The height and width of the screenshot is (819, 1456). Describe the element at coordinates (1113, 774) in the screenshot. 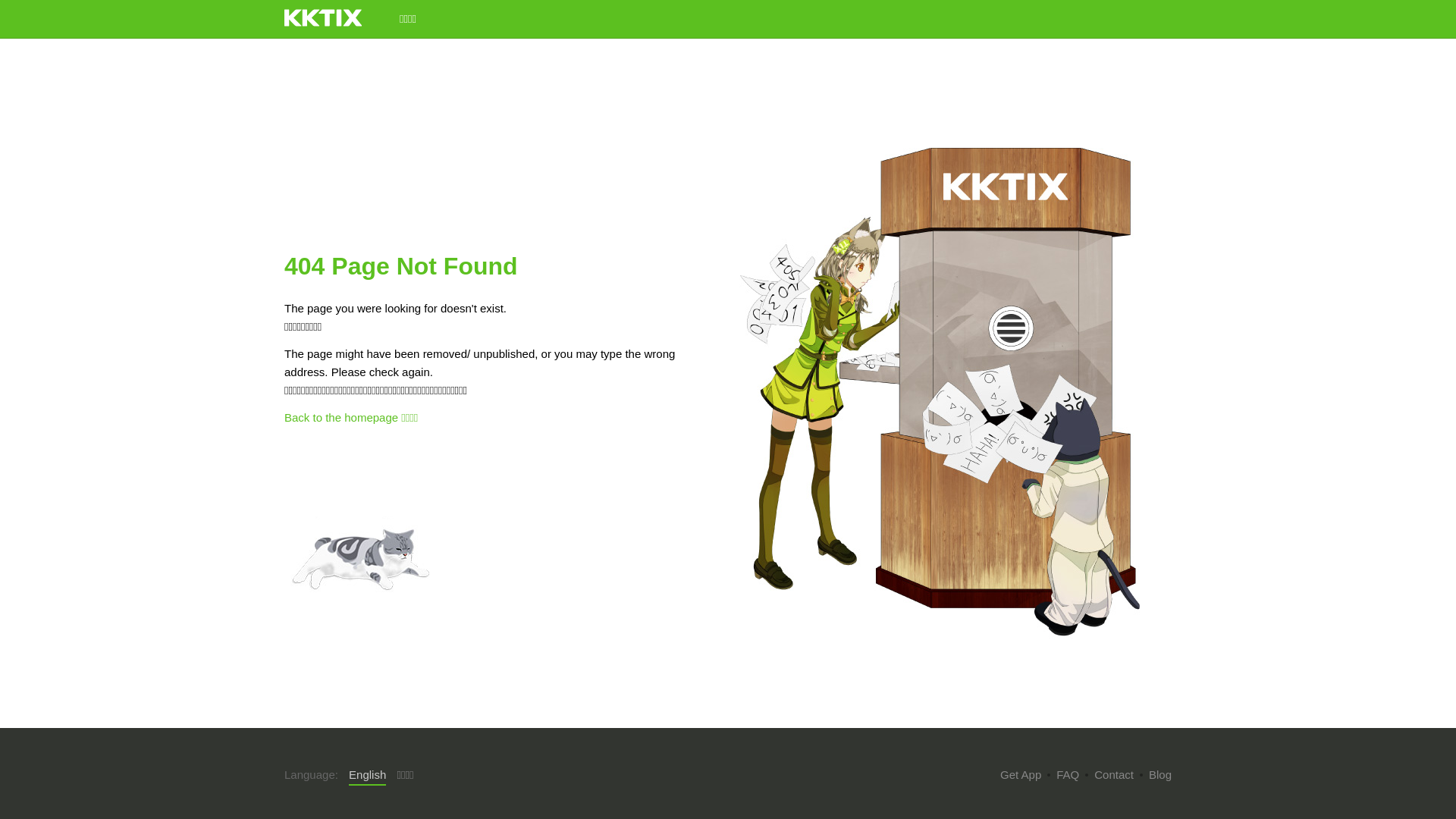

I see `'Contact'` at that location.